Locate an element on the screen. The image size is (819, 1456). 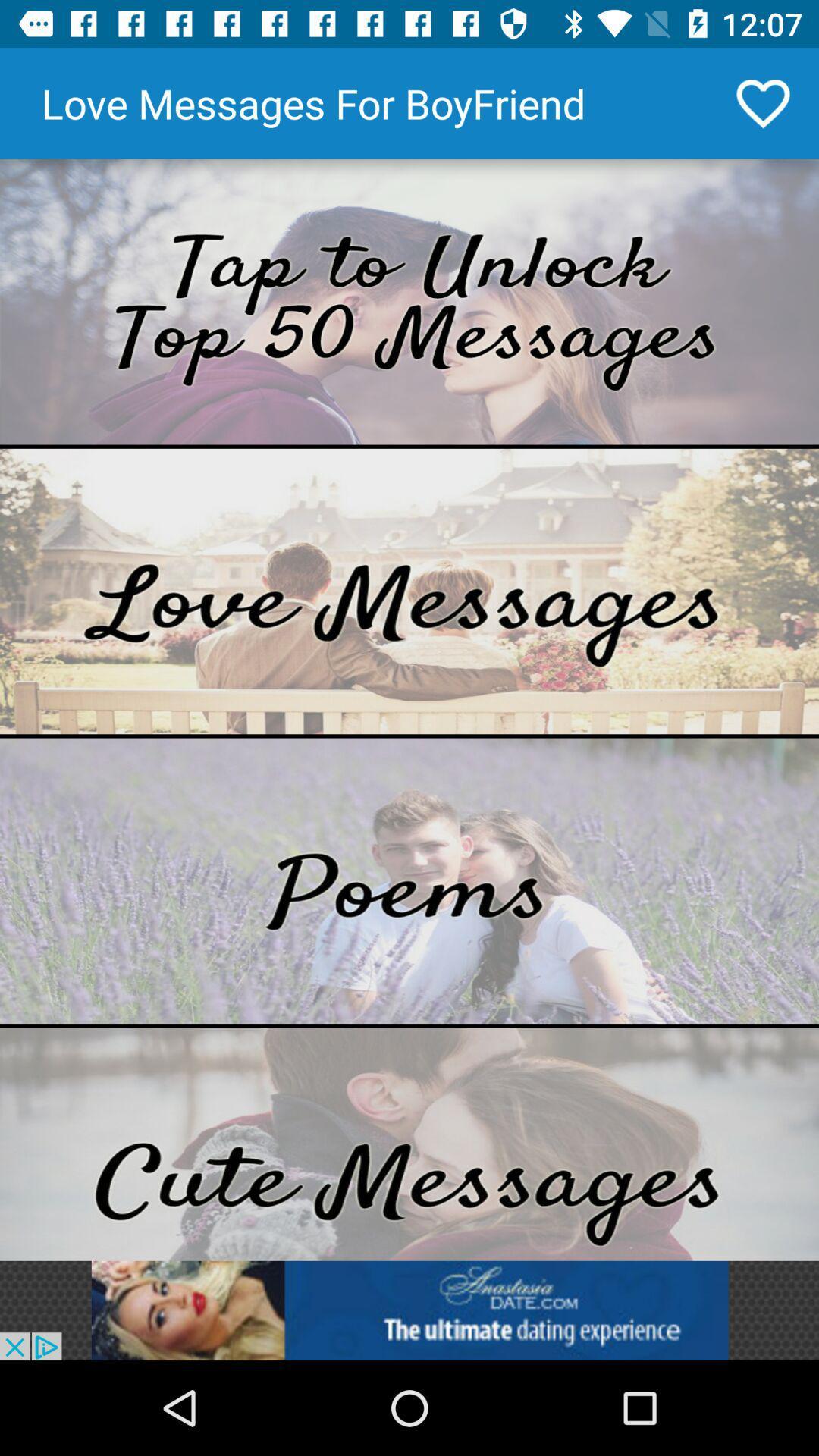
open poems is located at coordinates (409, 880).